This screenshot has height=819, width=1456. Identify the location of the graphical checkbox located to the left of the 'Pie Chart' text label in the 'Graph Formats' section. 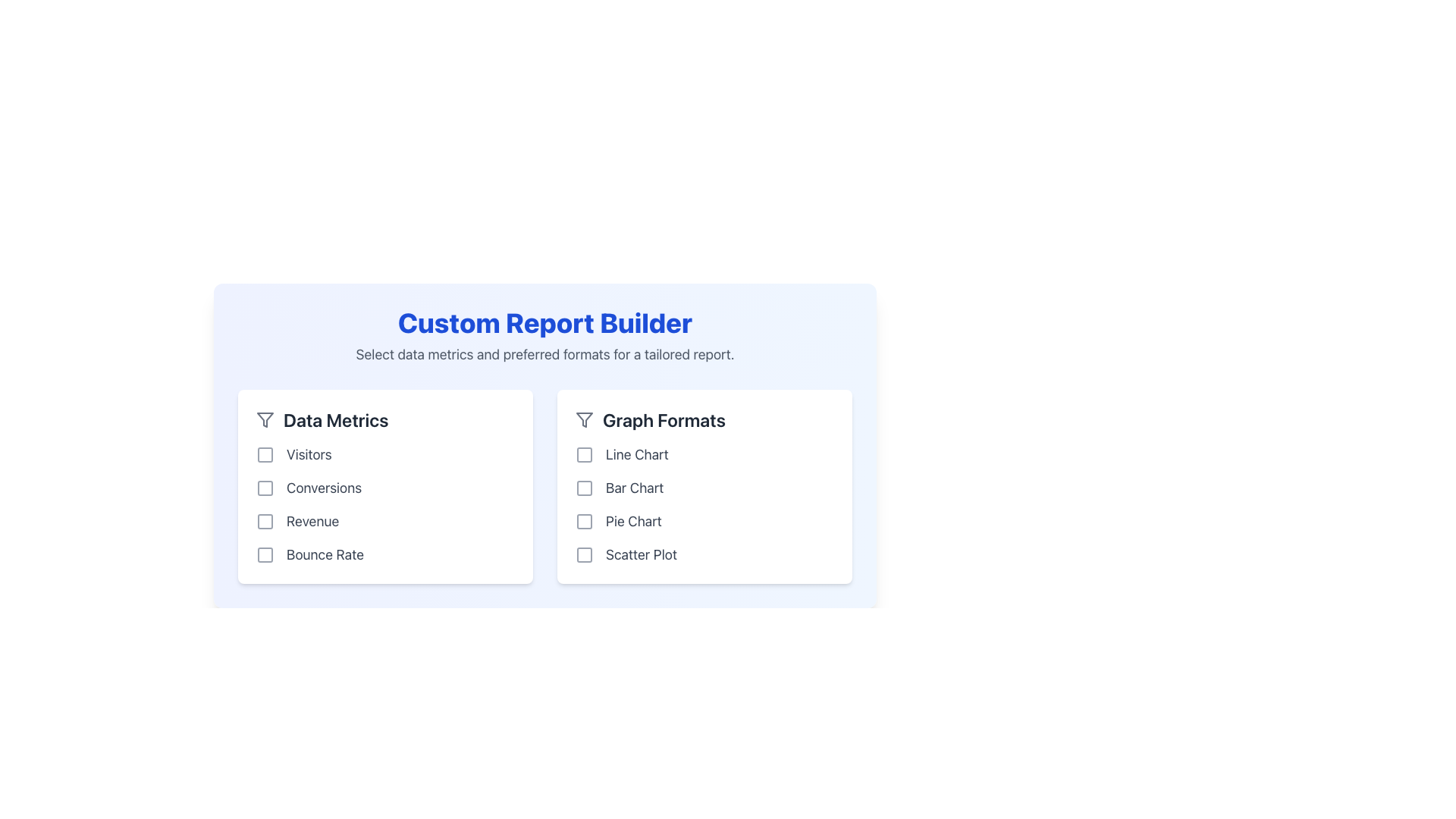
(584, 520).